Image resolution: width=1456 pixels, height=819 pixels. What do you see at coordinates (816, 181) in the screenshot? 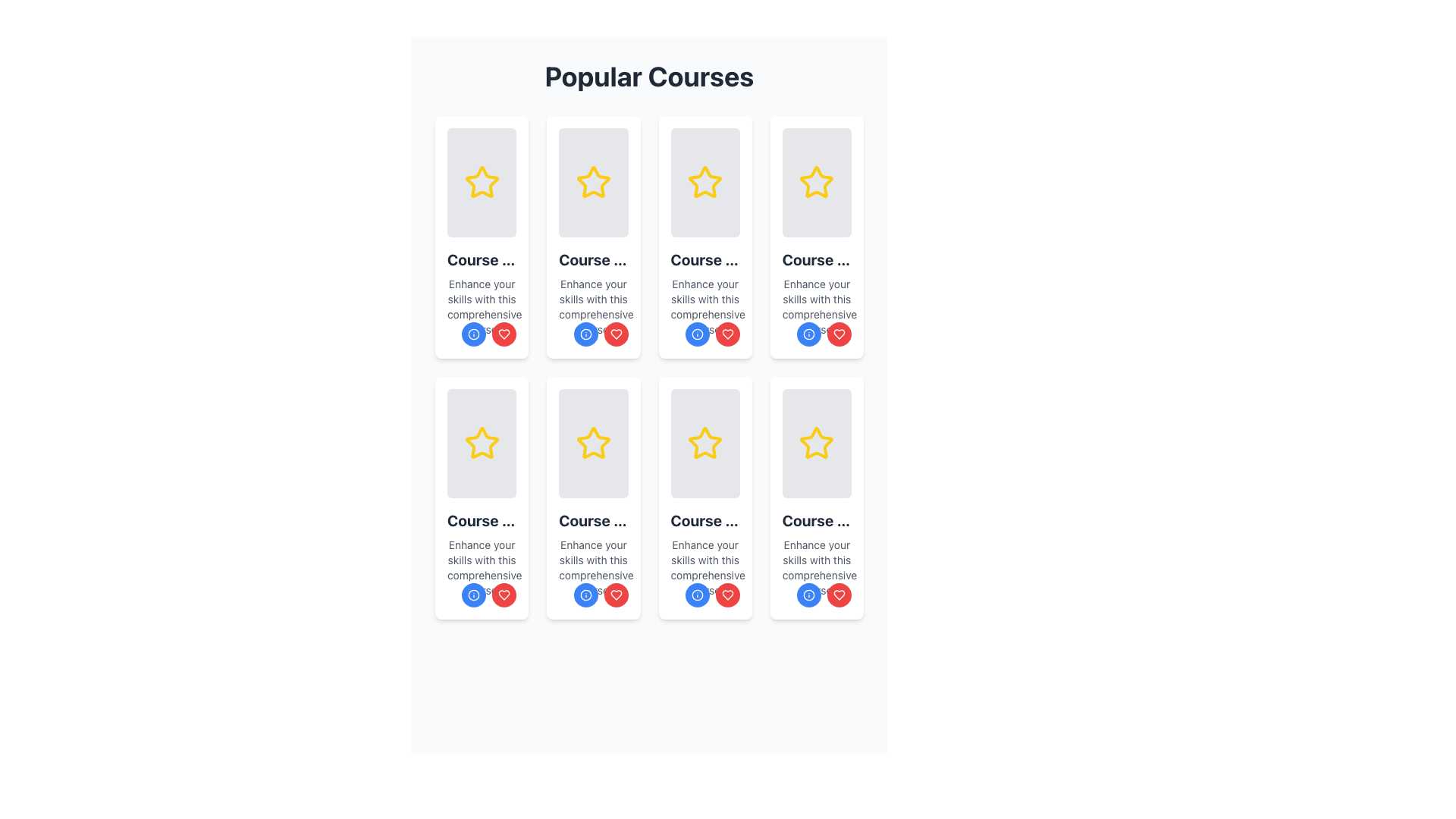
I see `the star icon located at the top-center of the fourth course card in the first row` at bounding box center [816, 181].